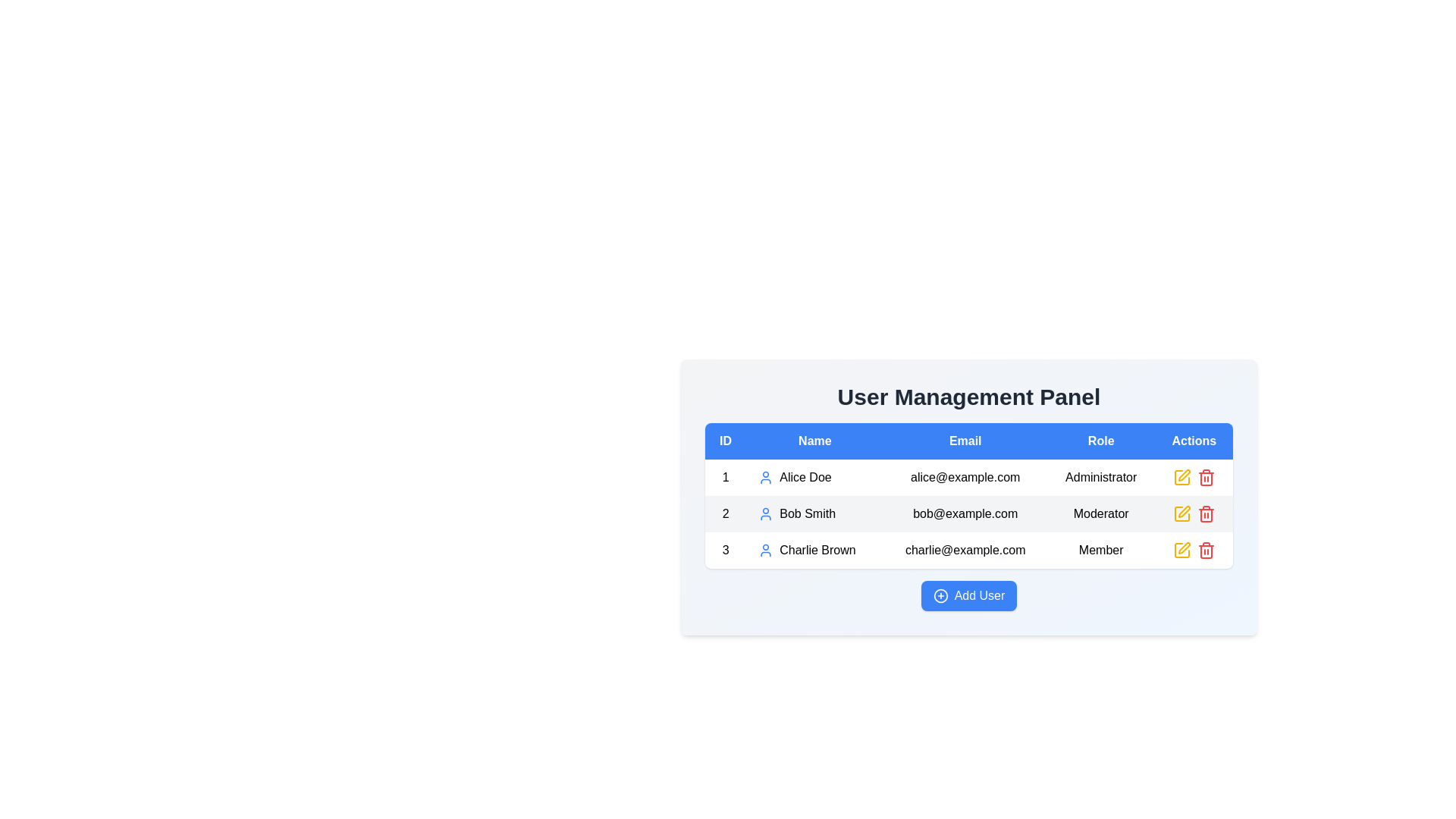 This screenshot has height=819, width=1456. I want to click on the Plain text element that indicates the ID of the user record in the first column of the third row of the table, so click(725, 550).